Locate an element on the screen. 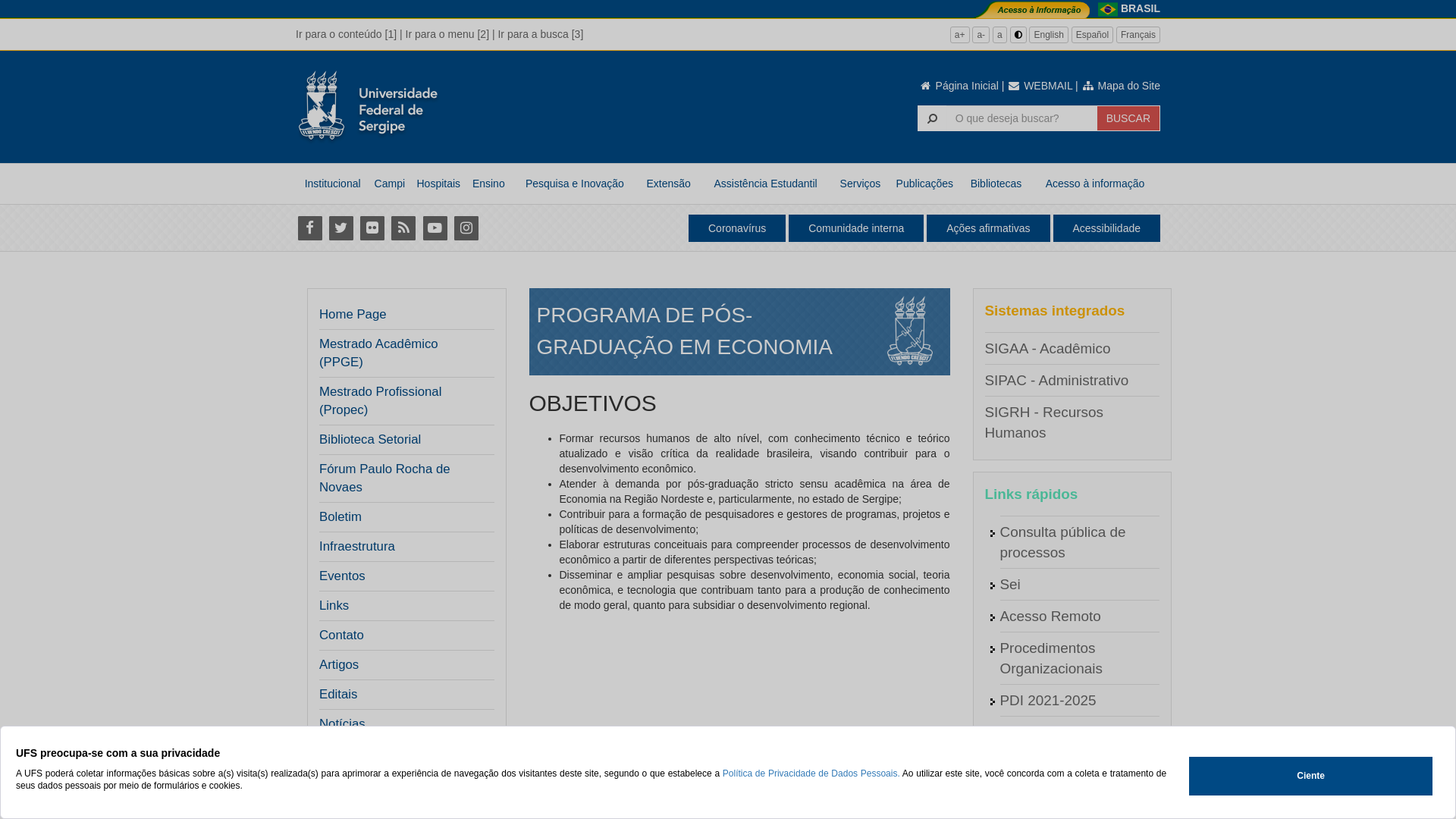 The width and height of the screenshot is (1456, 819). 'WEBMAIL' is located at coordinates (1039, 85).